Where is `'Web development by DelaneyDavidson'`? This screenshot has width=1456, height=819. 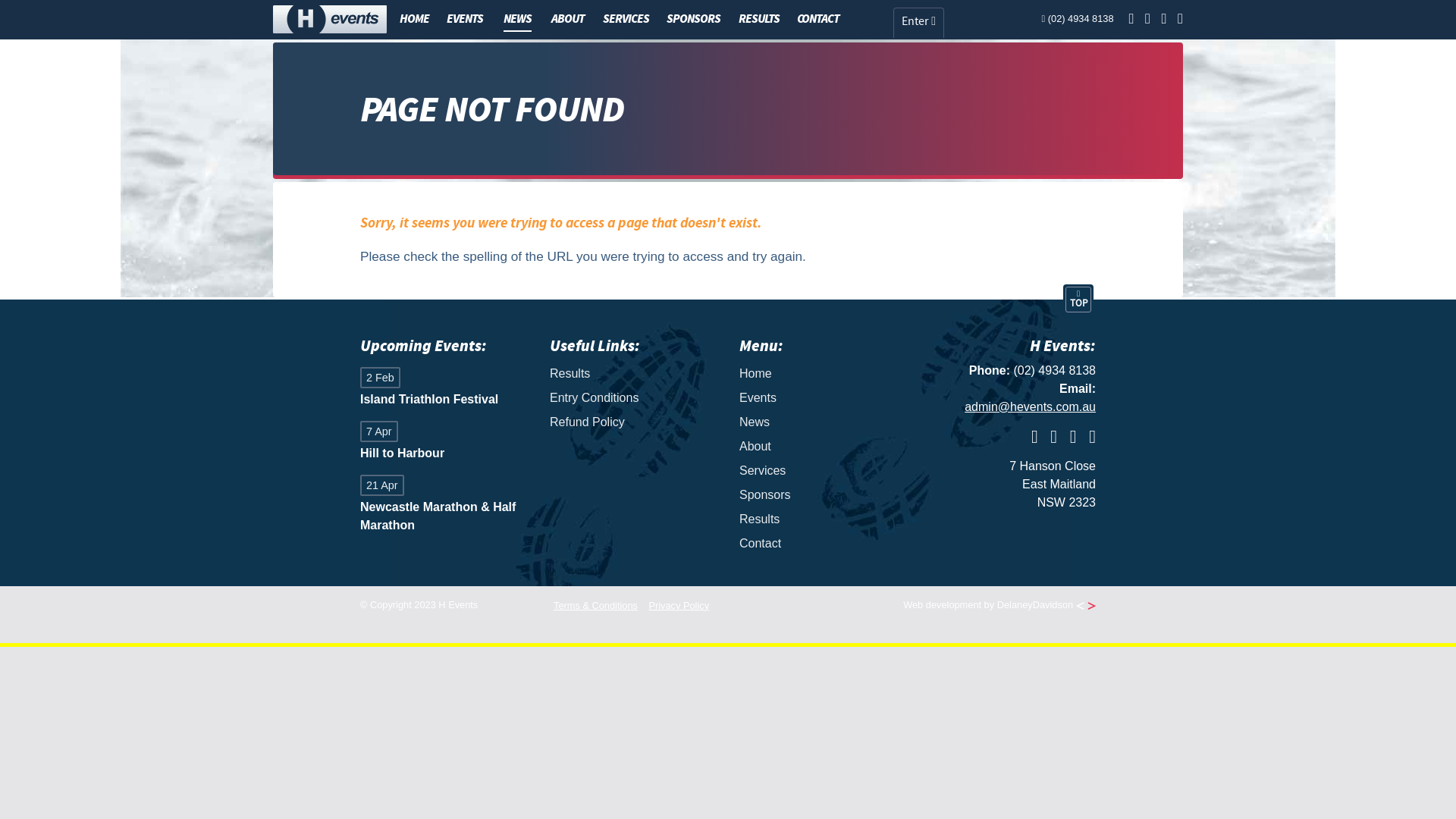
'Web development by DelaneyDavidson' is located at coordinates (999, 604).